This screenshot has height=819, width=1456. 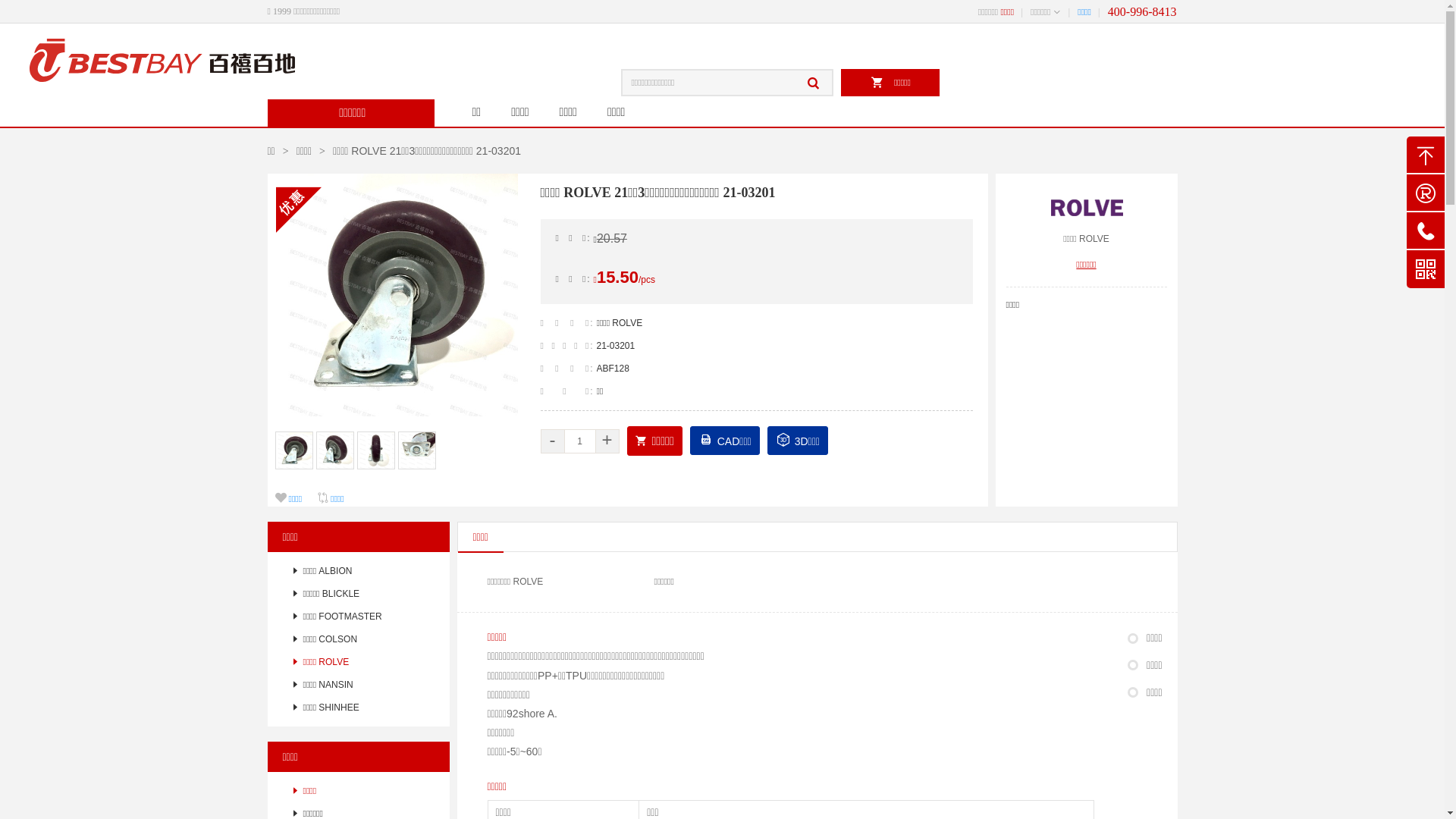 What do you see at coordinates (551, 441) in the screenshot?
I see `'-'` at bounding box center [551, 441].